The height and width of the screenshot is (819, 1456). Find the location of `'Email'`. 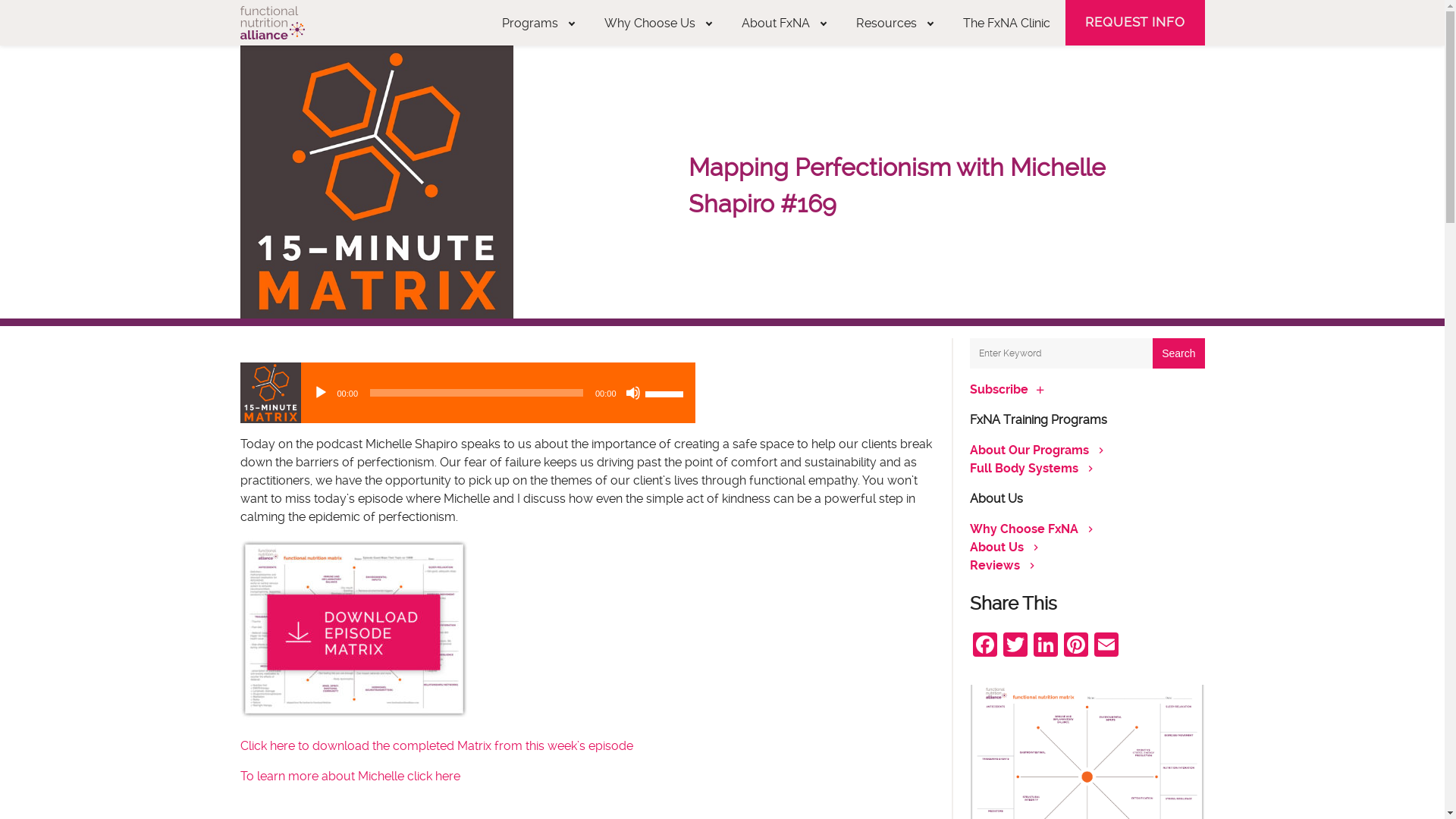

'Email' is located at coordinates (1106, 646).